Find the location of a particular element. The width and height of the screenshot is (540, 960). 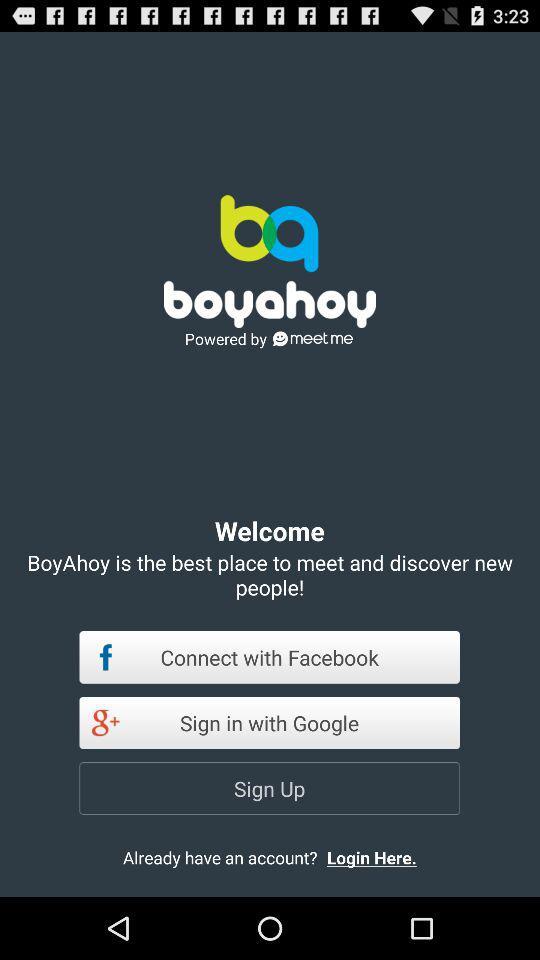

connect with facebook app is located at coordinates (269, 656).